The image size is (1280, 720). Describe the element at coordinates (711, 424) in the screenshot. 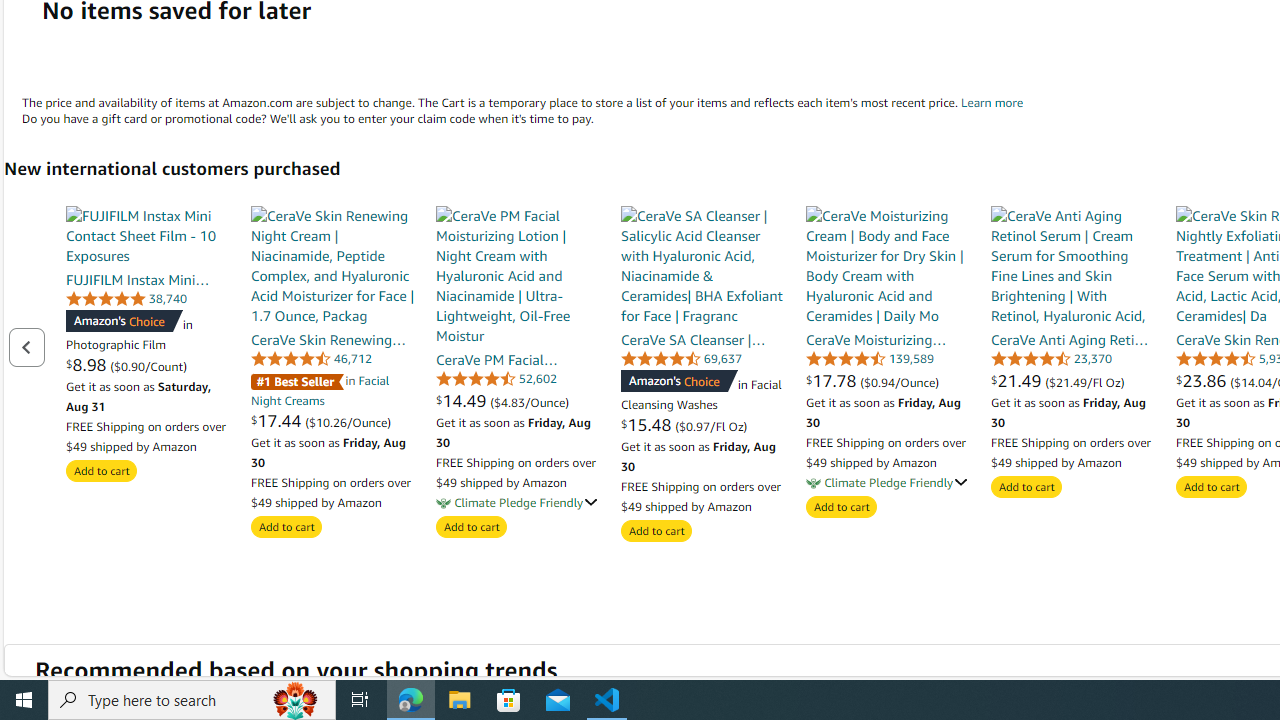

I see `'($0.97/Fl Oz)'` at that location.